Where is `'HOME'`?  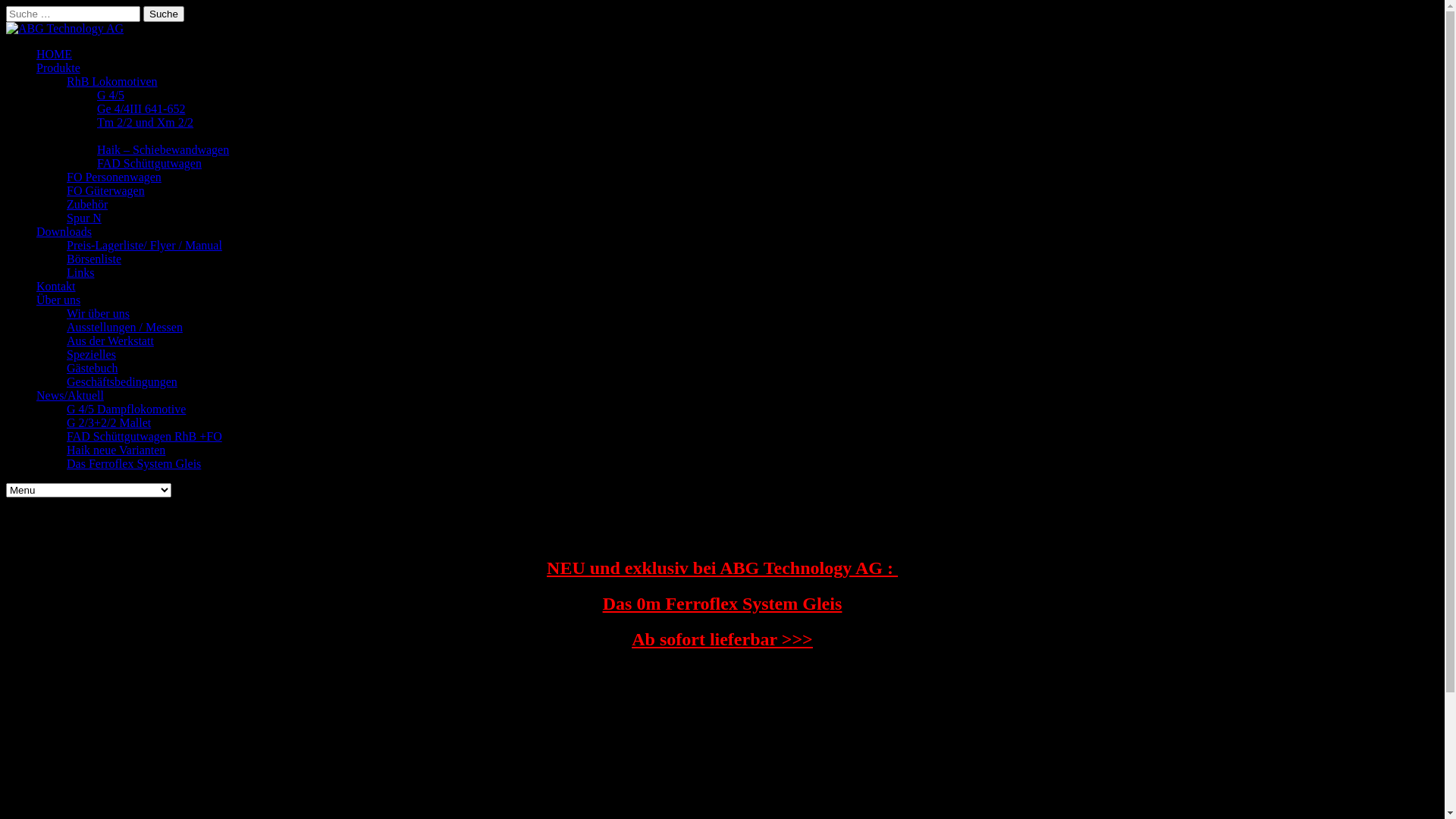
'HOME' is located at coordinates (54, 53).